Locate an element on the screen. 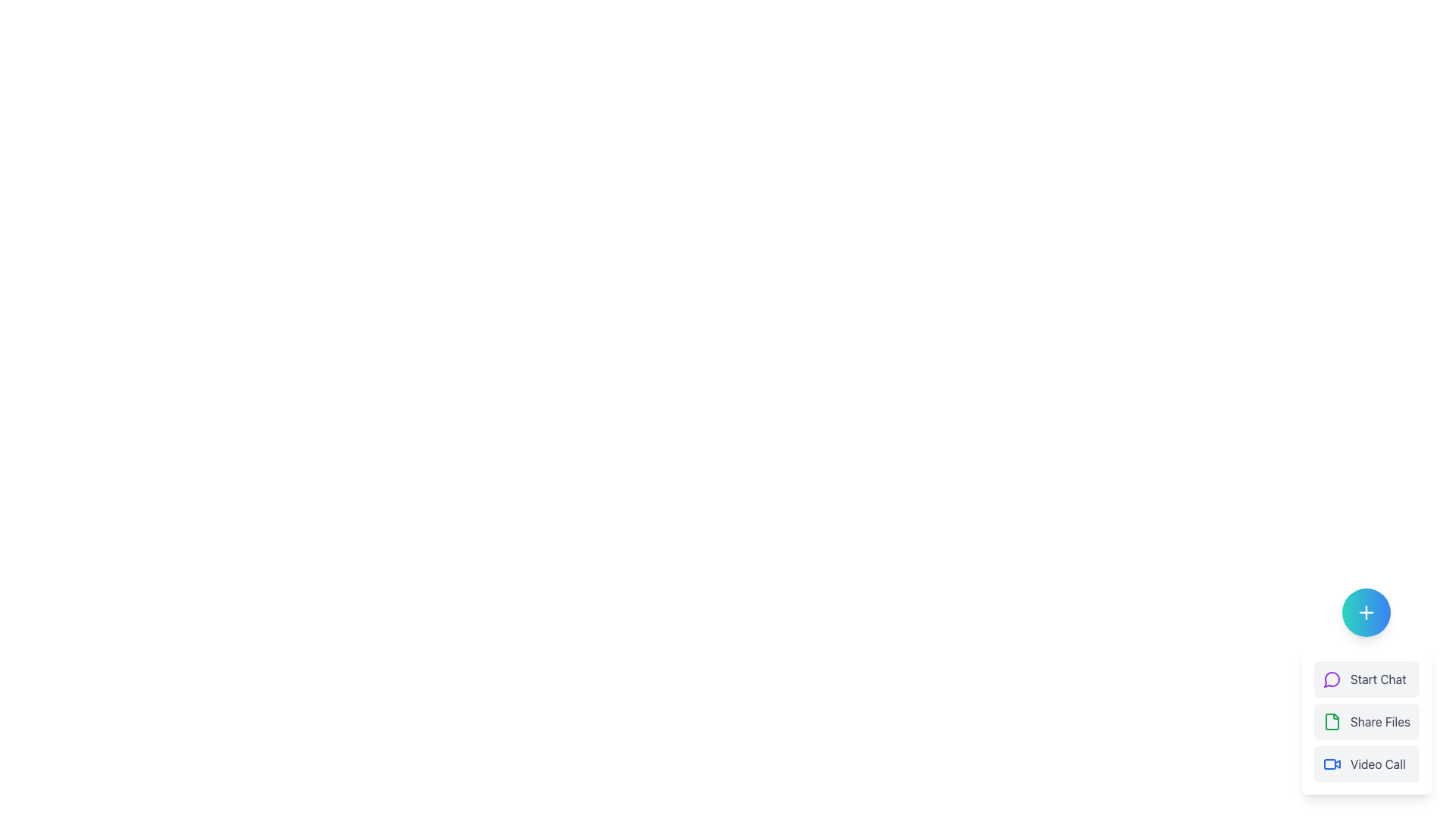 This screenshot has width=1456, height=819. the 'Start Chat' button using keyboard navigation is located at coordinates (1367, 691).